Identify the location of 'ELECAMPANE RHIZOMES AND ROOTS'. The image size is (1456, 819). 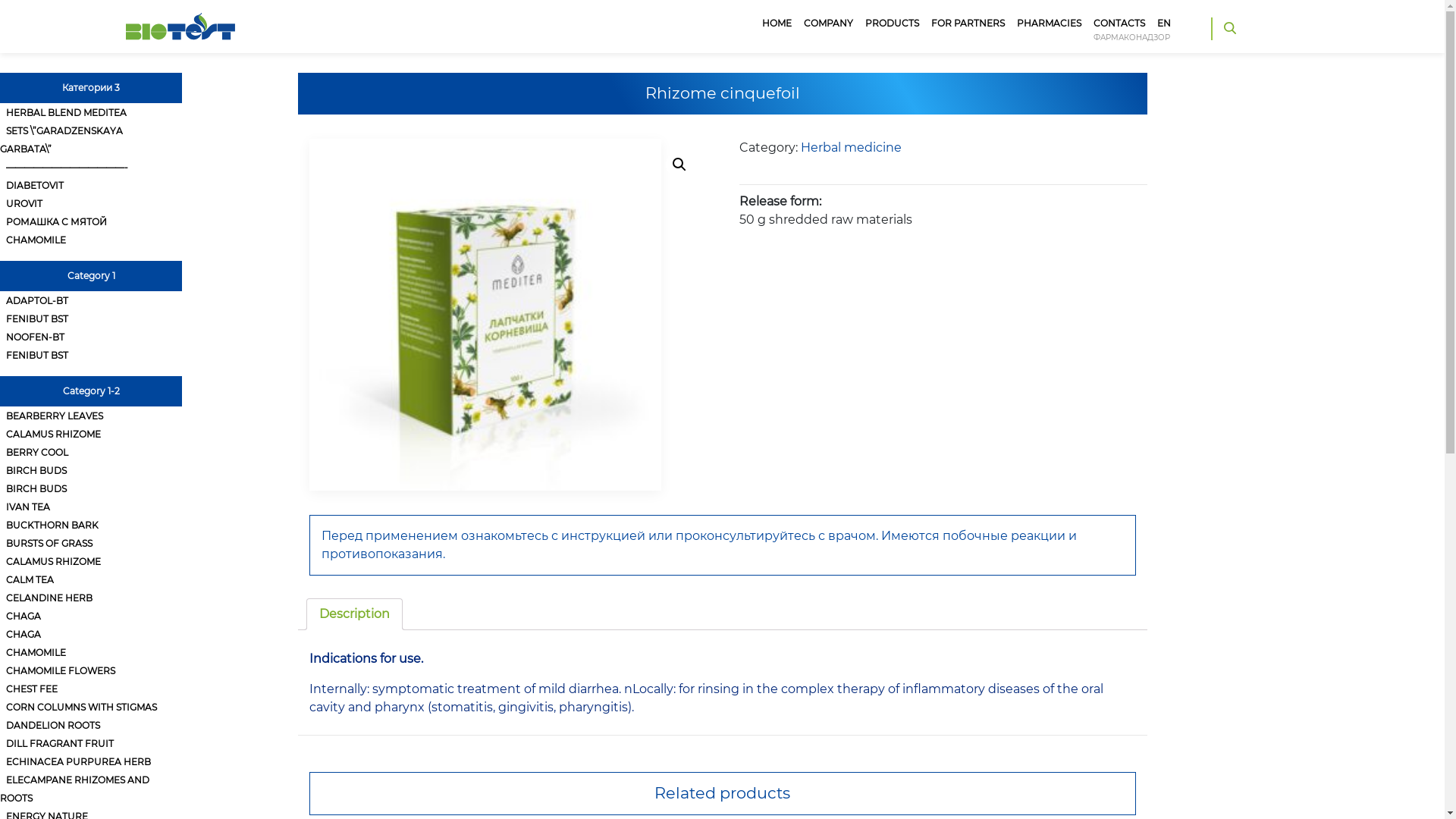
(0, 788).